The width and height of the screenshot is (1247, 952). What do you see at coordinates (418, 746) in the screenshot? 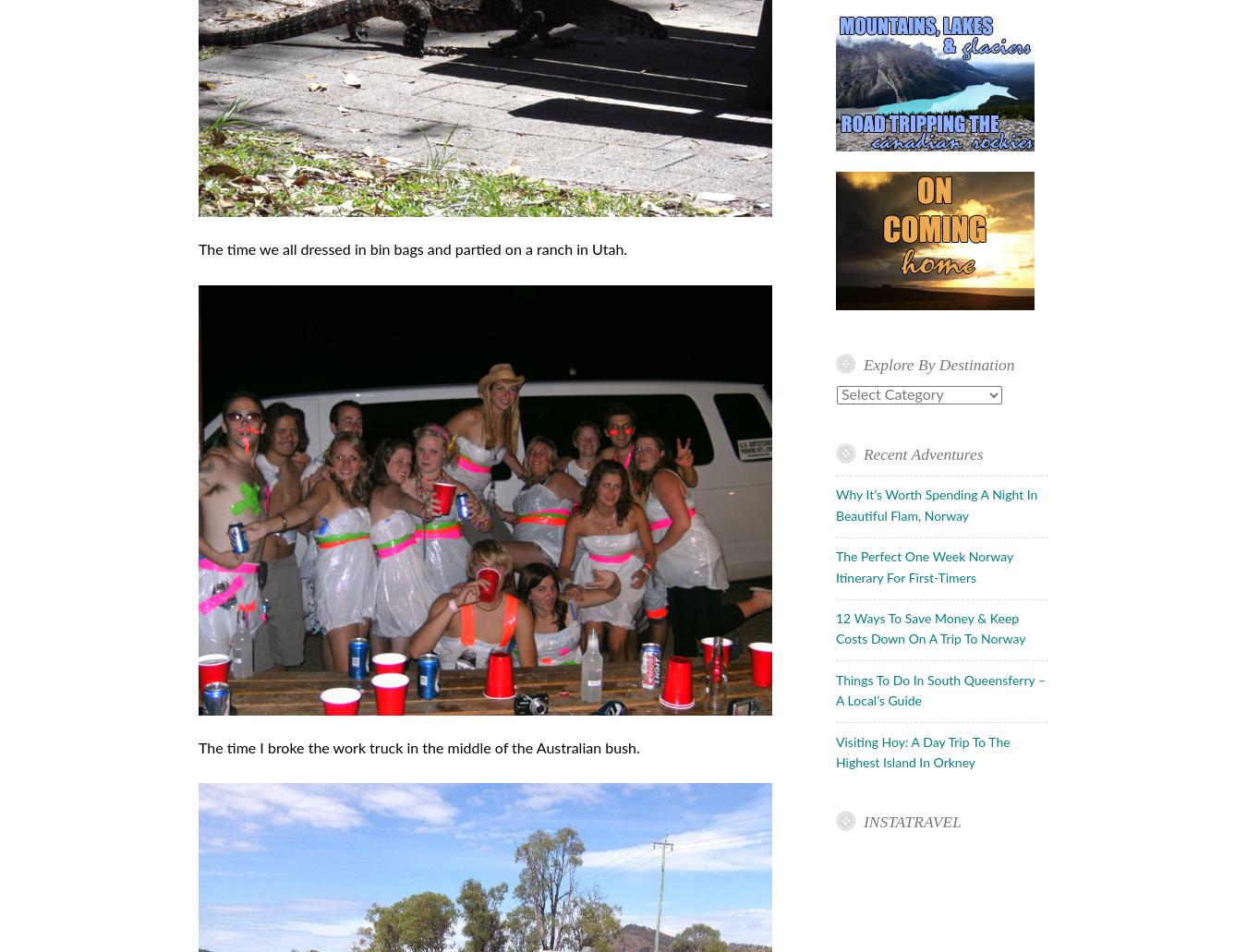
I see `'The time I broke the work truck in the middle of the Australian bush.'` at bounding box center [418, 746].